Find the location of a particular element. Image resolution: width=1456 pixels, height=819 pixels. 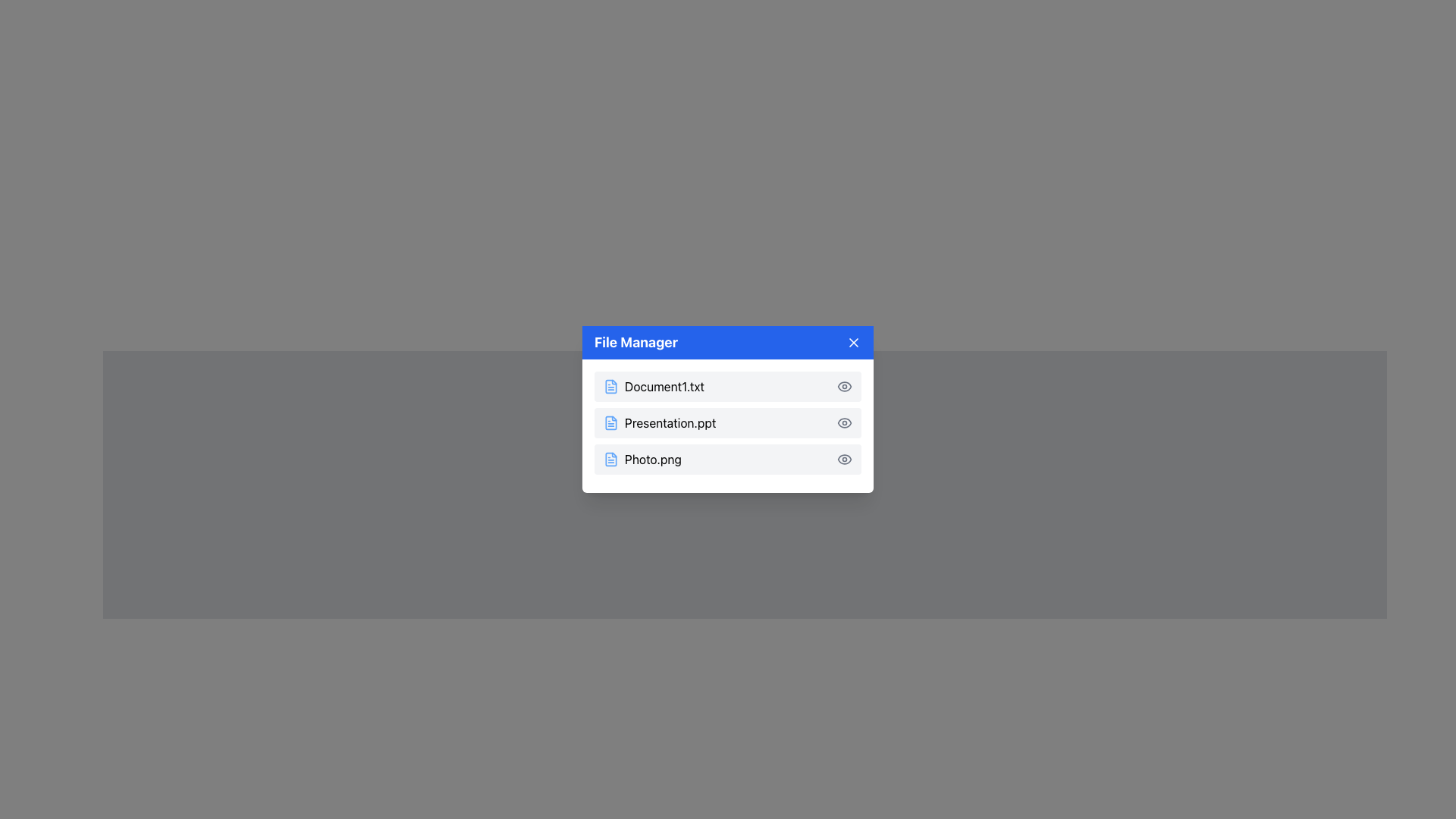

the static text label displaying 'Photo.png' in black font is located at coordinates (653, 458).